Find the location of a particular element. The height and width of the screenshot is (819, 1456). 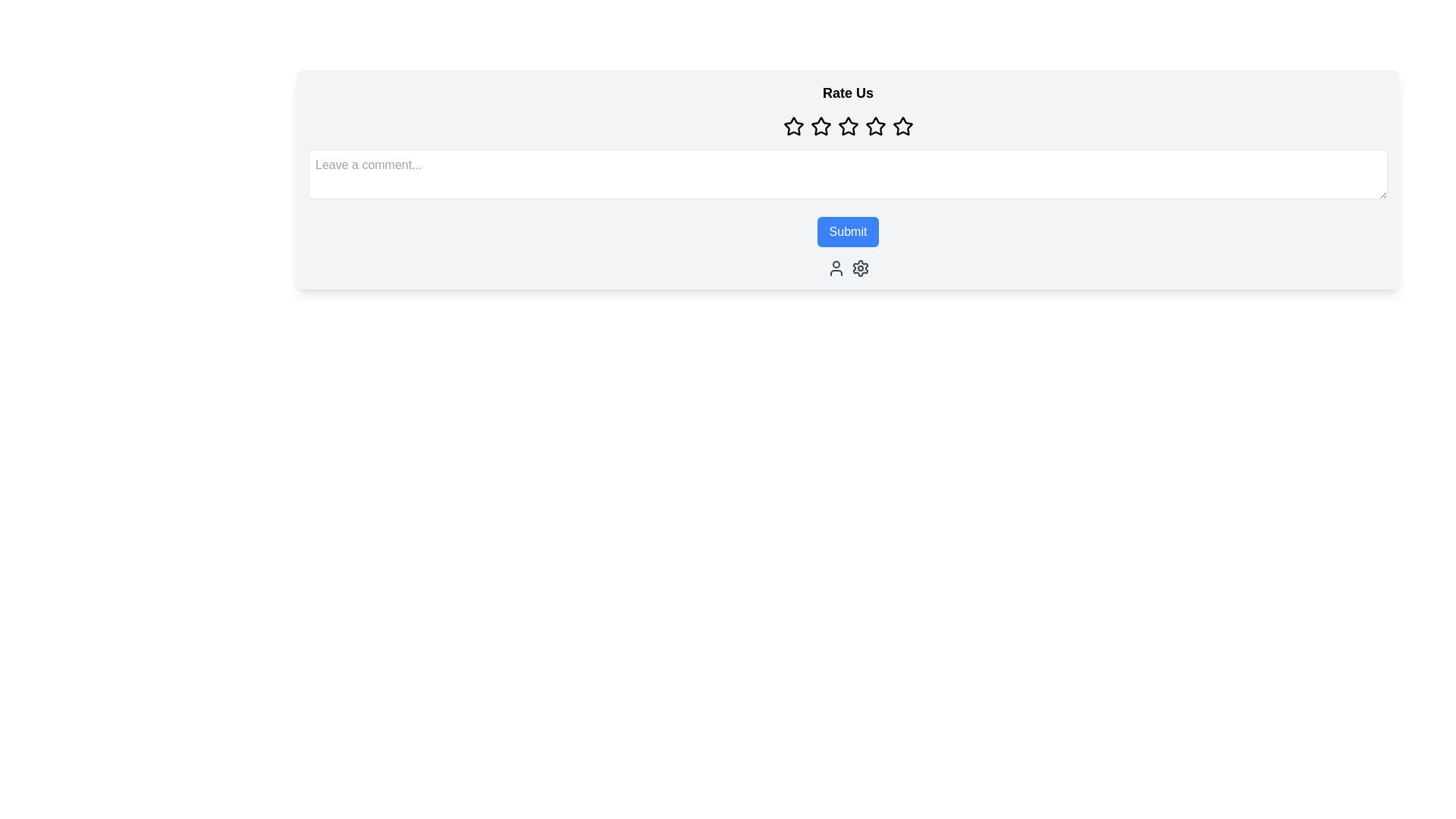

the bold text header labeled 'Rate Us', which is positioned at the top of the feedback section, above the star icons for rating is located at coordinates (847, 93).